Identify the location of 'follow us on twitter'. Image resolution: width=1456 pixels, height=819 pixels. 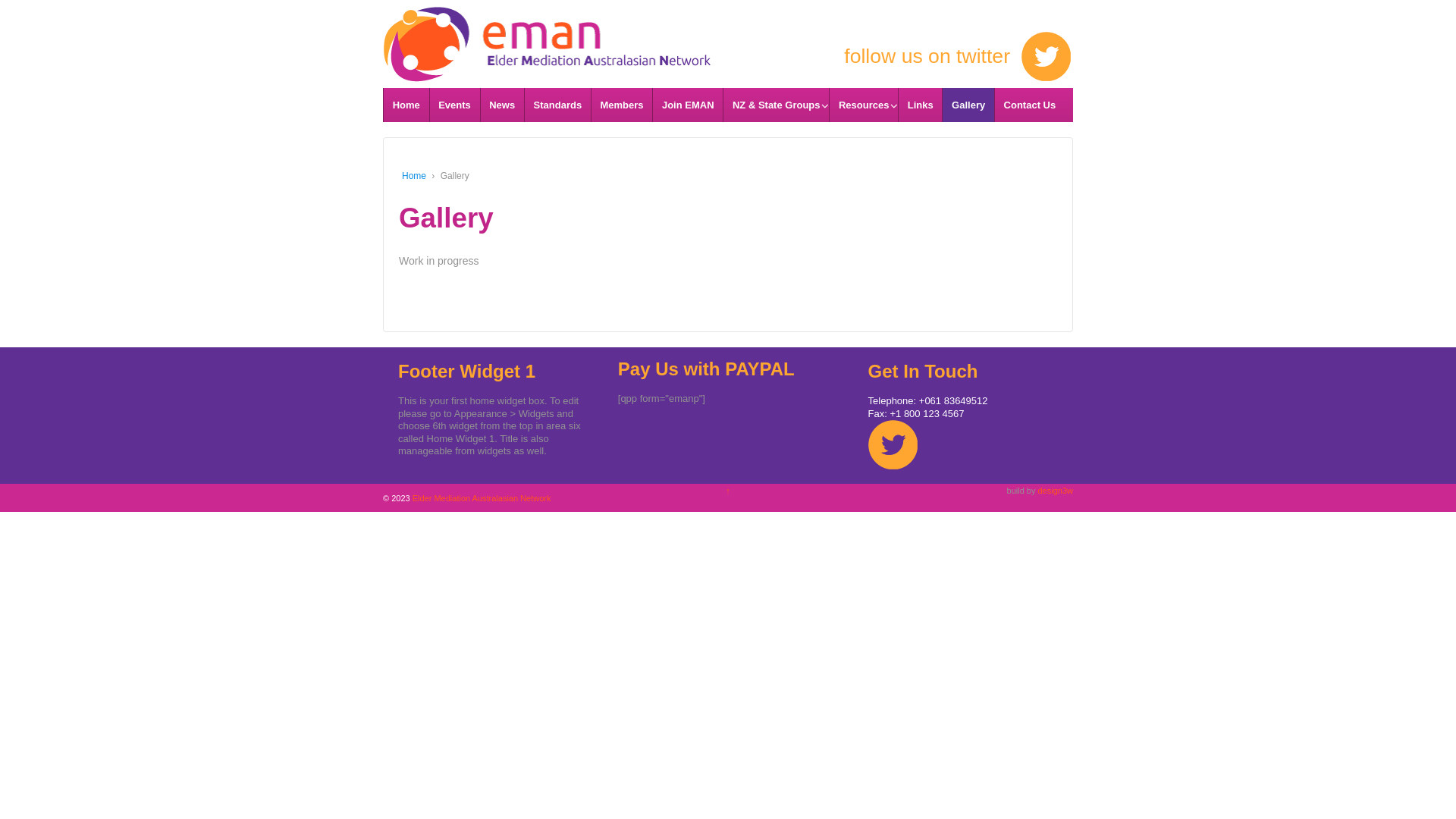
(893, 444).